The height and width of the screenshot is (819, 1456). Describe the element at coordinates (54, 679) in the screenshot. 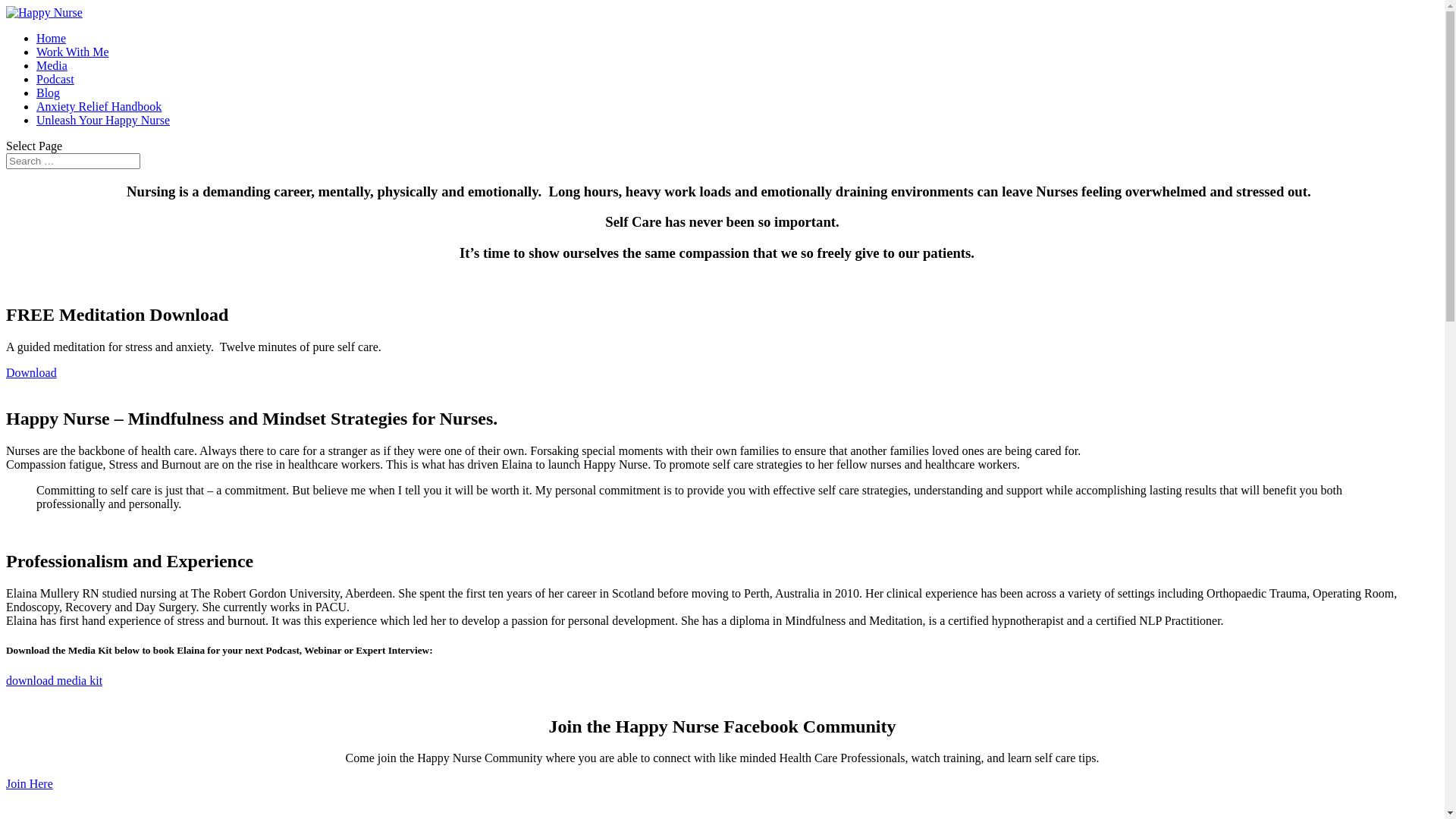

I see `'download media kit'` at that location.